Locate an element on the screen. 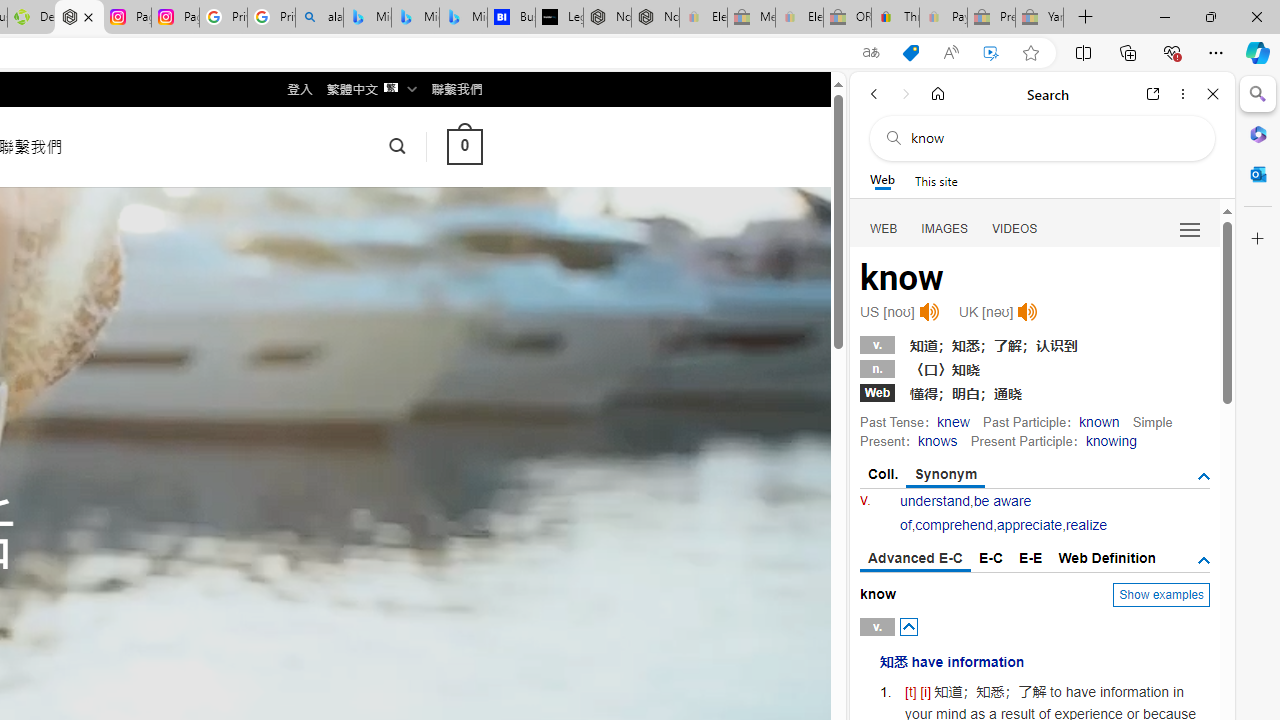  ' 0 ' is located at coordinates (463, 145).